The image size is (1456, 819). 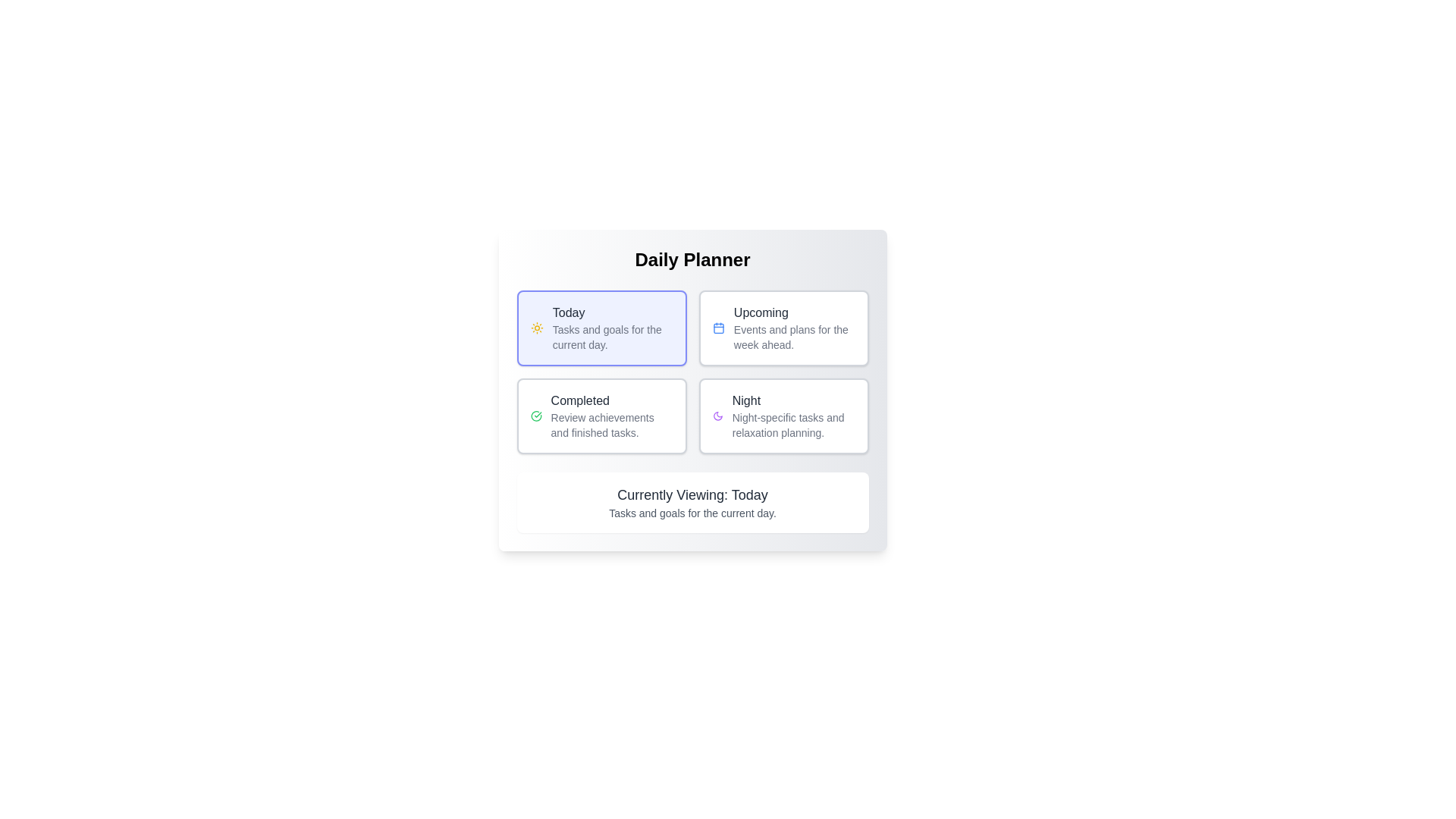 I want to click on the 'Night' text description within the button-like element in the 'Daily Planner' interface to interact with it, so click(x=792, y=416).